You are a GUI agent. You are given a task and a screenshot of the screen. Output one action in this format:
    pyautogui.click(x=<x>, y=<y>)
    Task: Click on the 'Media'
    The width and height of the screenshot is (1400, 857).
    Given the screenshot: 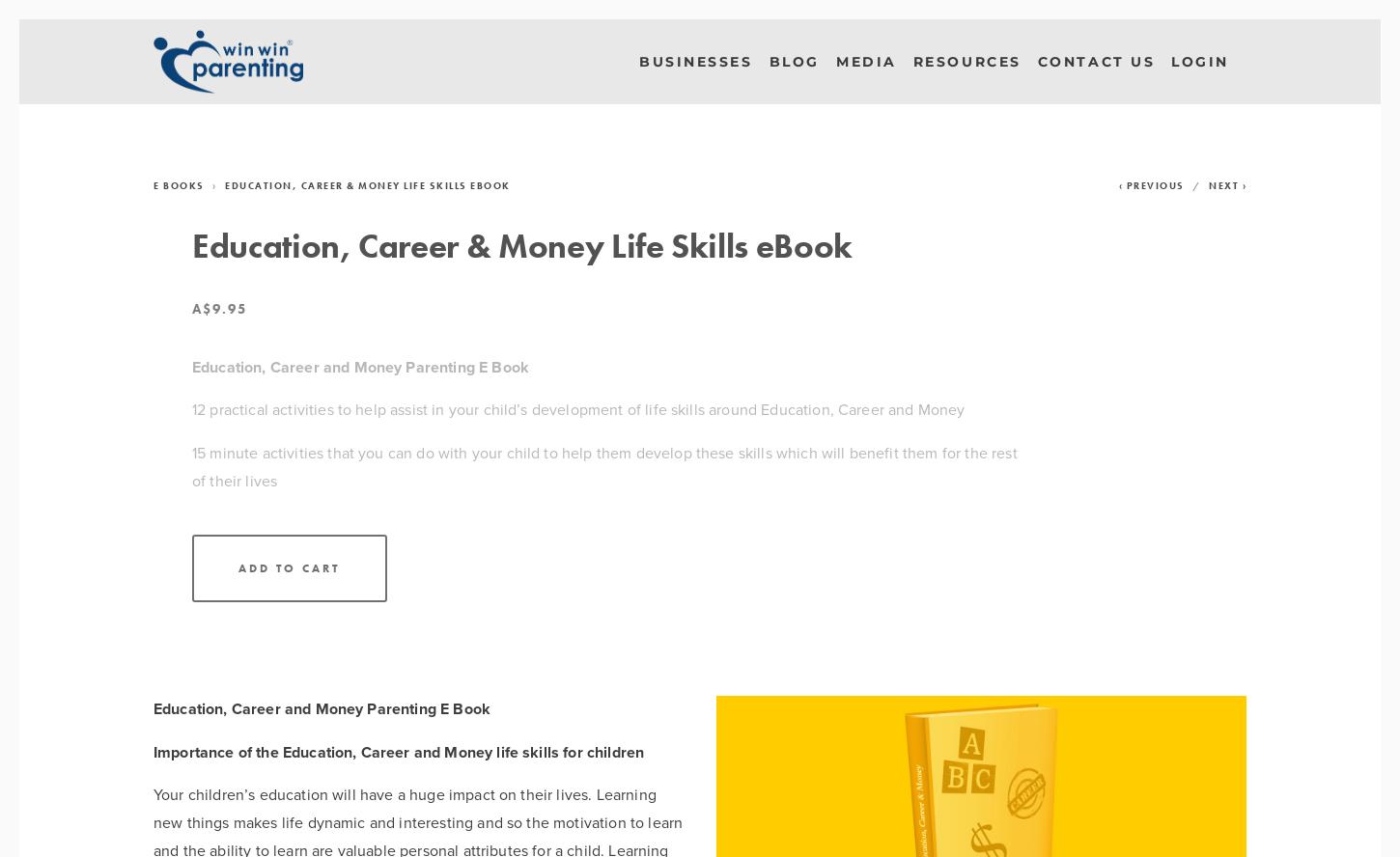 What is the action you would take?
    pyautogui.click(x=864, y=59)
    